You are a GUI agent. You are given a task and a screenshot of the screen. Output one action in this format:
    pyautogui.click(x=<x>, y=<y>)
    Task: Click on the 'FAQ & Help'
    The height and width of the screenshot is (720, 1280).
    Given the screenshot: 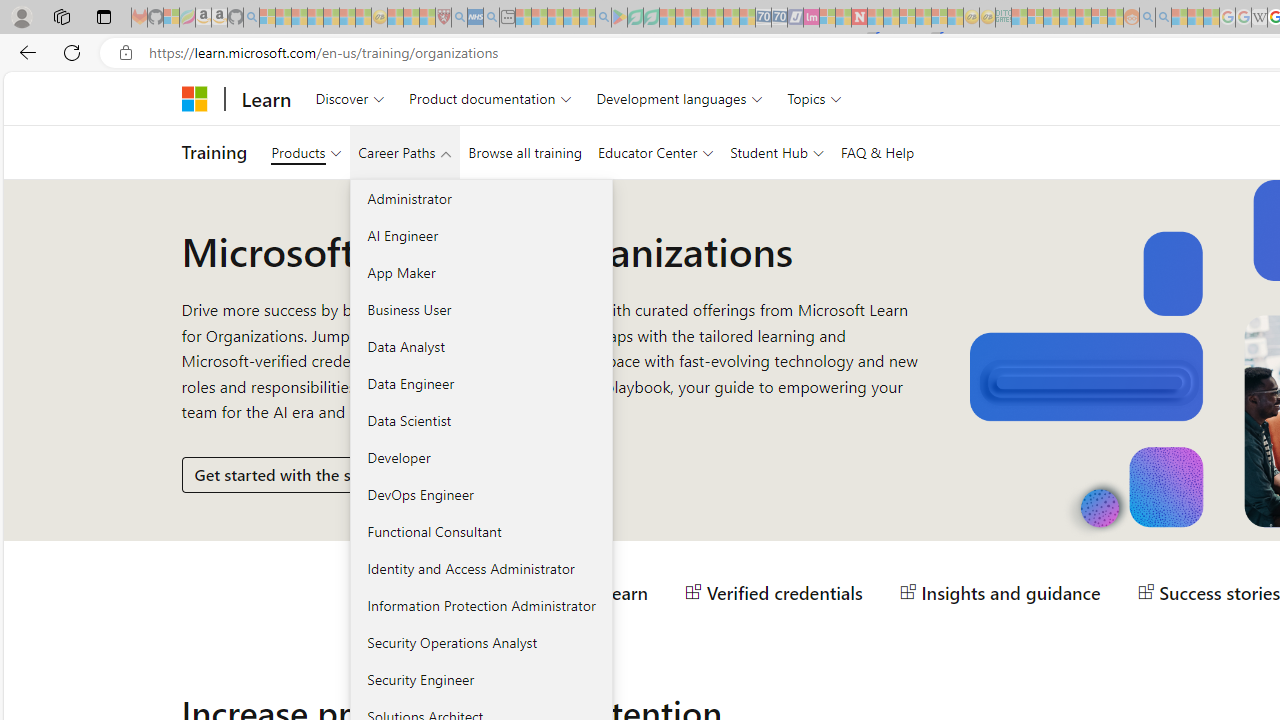 What is the action you would take?
    pyautogui.click(x=877, y=151)
    